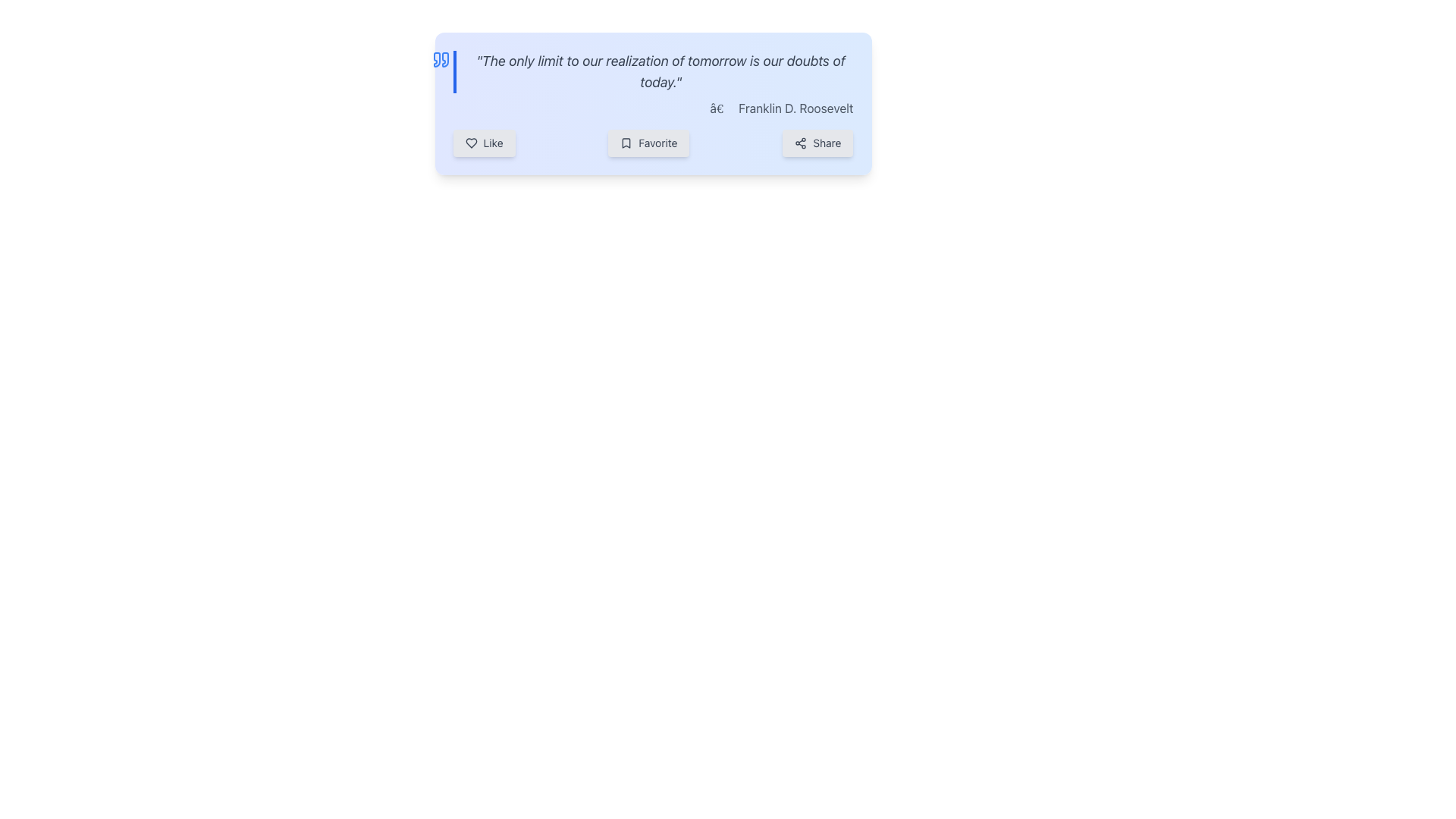  What do you see at coordinates (436, 58) in the screenshot?
I see `the second blue quotation mark located on the left edge of the quote box, positioned below the first mark` at bounding box center [436, 58].